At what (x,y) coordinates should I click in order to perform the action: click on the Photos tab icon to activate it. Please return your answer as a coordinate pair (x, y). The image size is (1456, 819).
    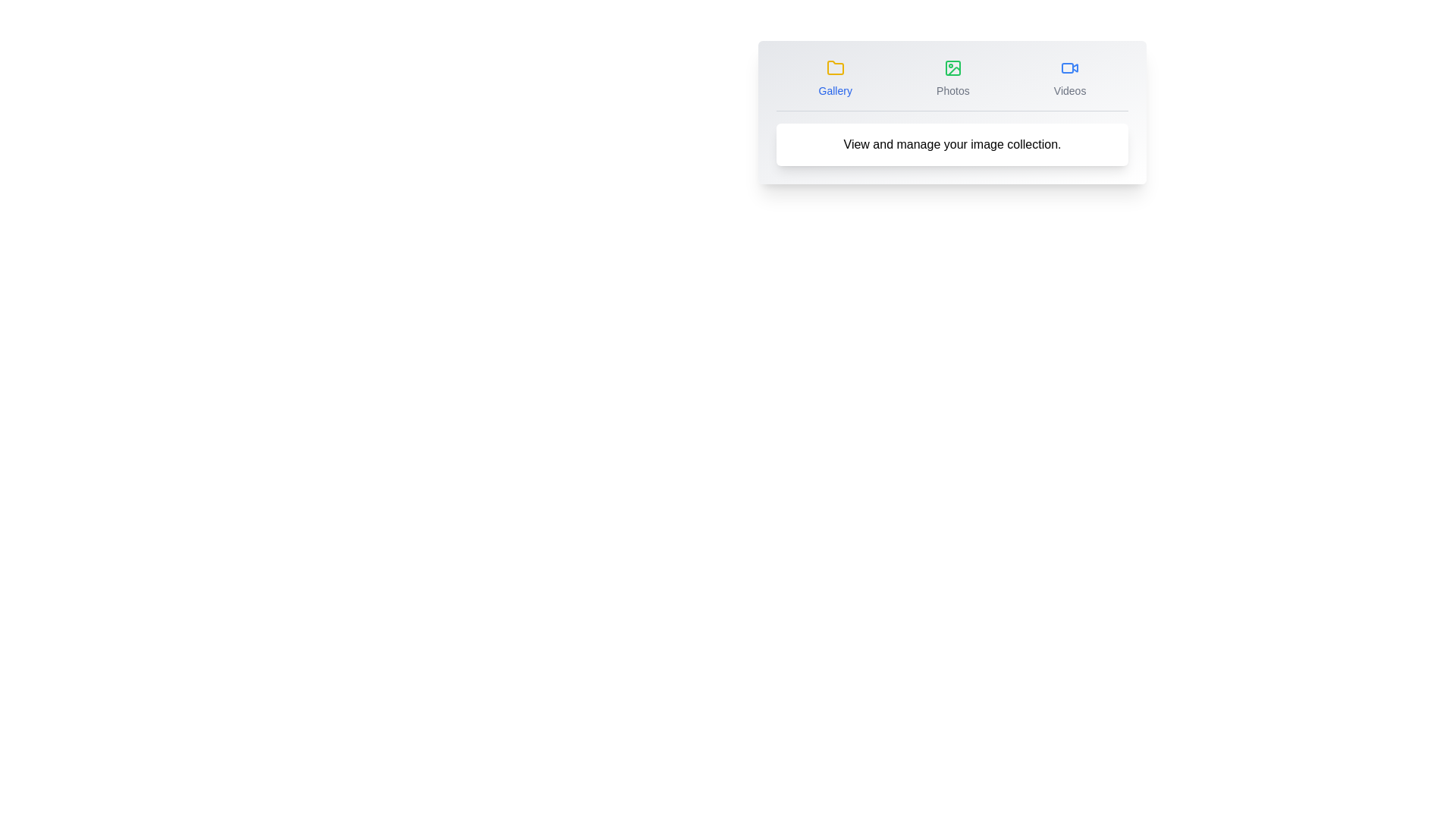
    Looking at the image, I should click on (952, 79).